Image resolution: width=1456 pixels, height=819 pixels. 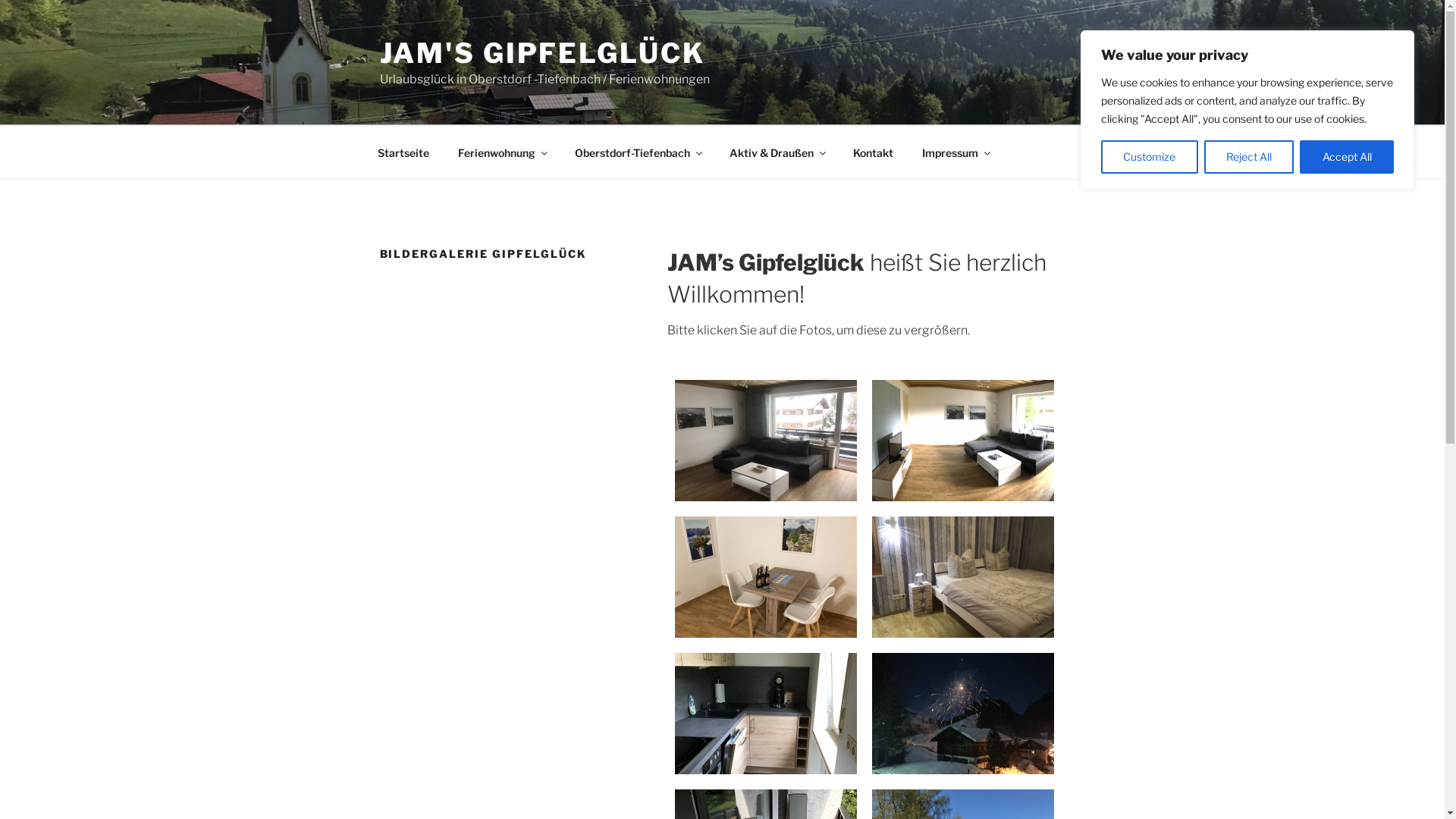 What do you see at coordinates (1150, 157) in the screenshot?
I see `'Customize'` at bounding box center [1150, 157].